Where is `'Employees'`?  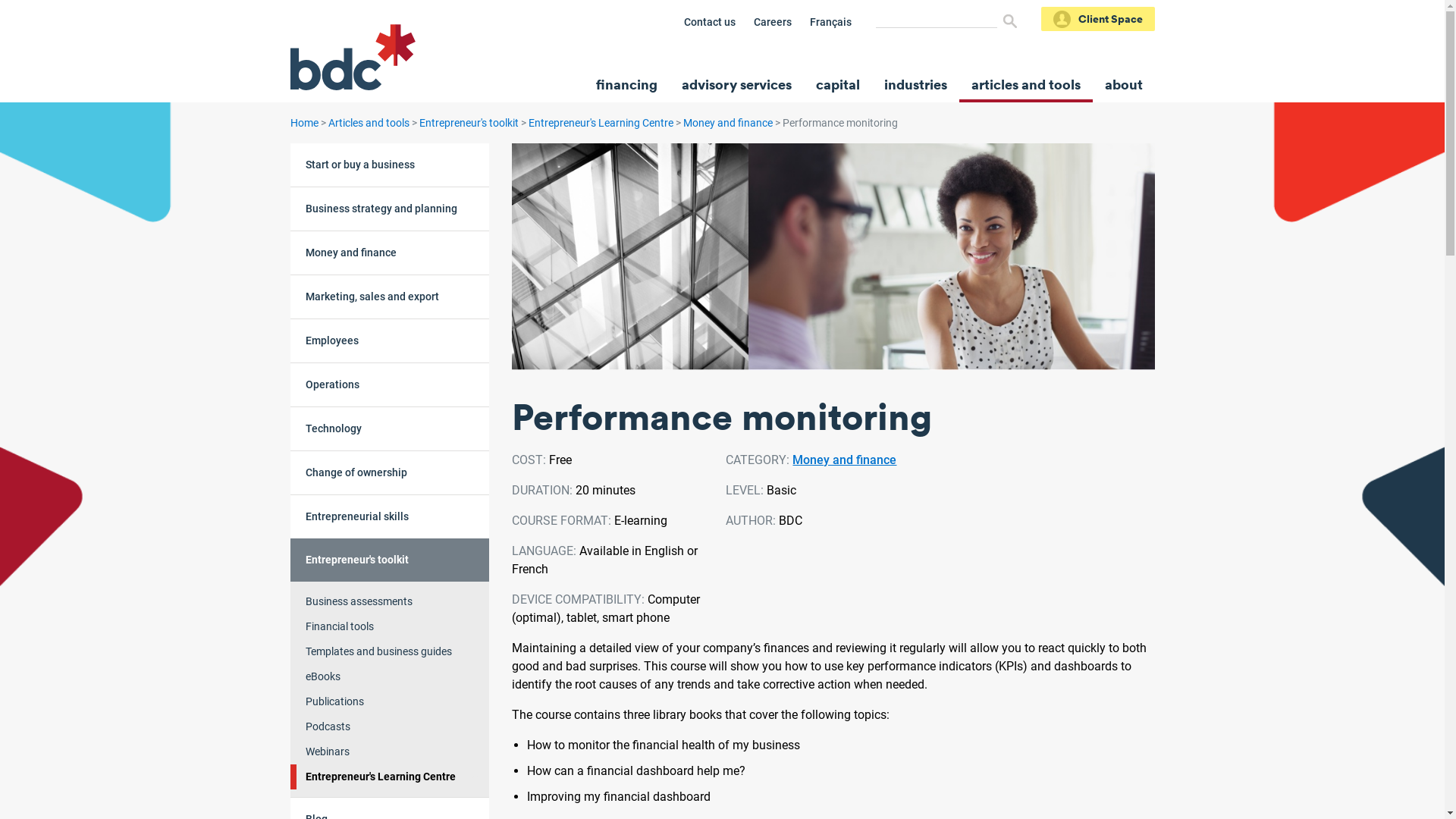
'Employees' is located at coordinates (389, 339).